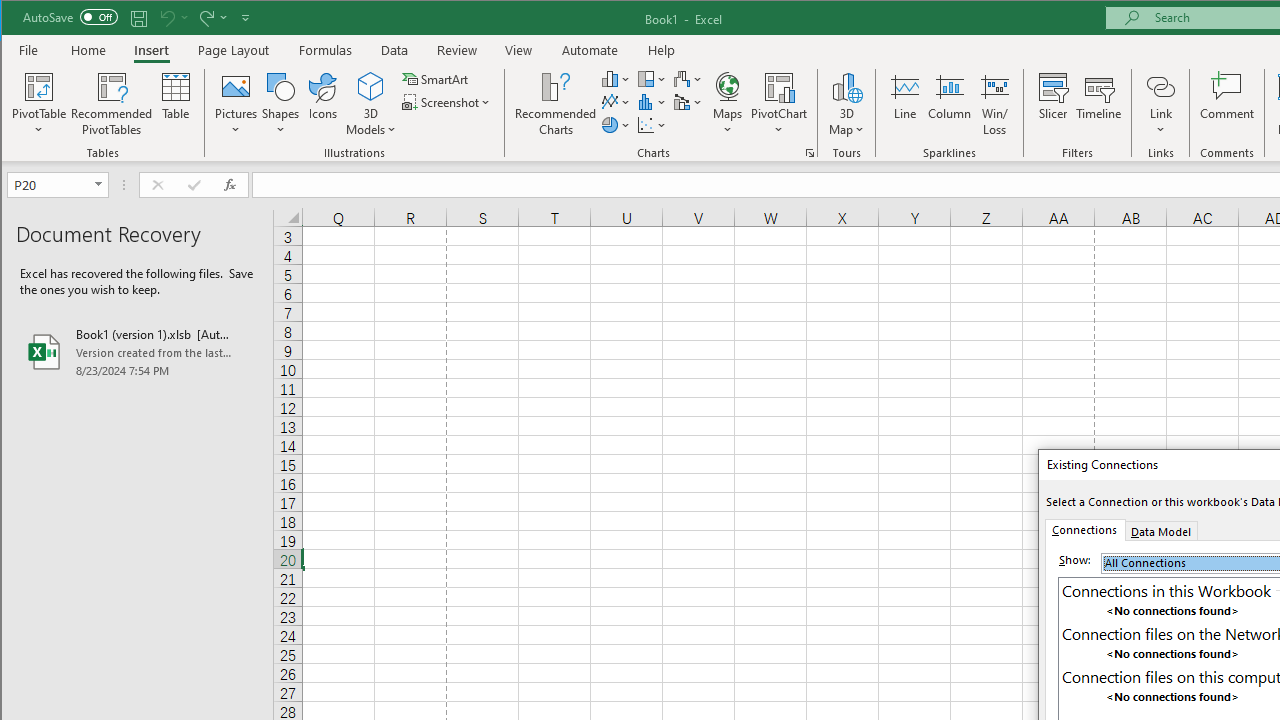 The height and width of the screenshot is (720, 1280). Describe the element at coordinates (903, 104) in the screenshot. I see `'Line'` at that location.